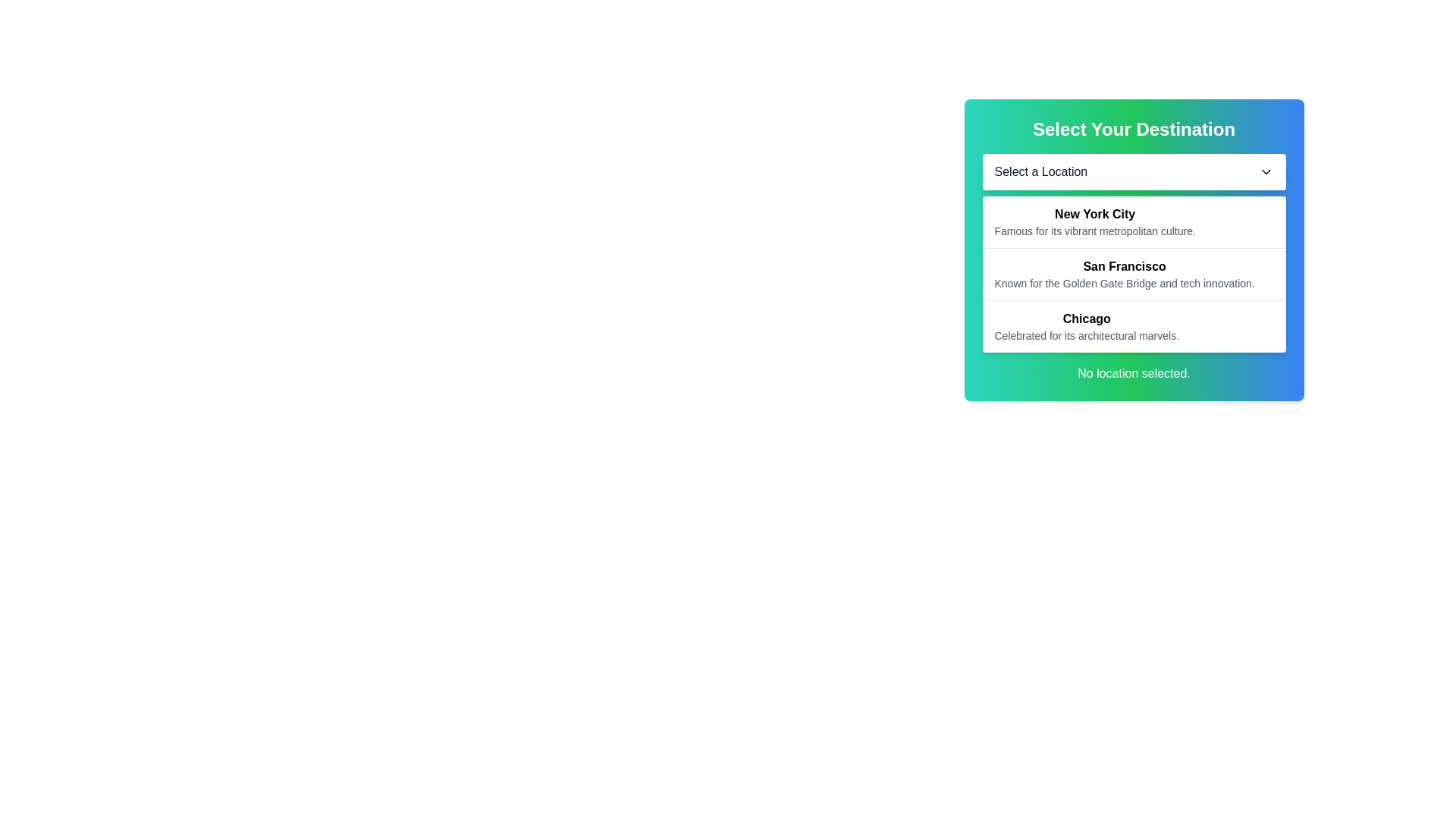 The height and width of the screenshot is (819, 1456). What do you see at coordinates (1134, 249) in the screenshot?
I see `the second item in the dropdown list under 'Select Your Destination'` at bounding box center [1134, 249].